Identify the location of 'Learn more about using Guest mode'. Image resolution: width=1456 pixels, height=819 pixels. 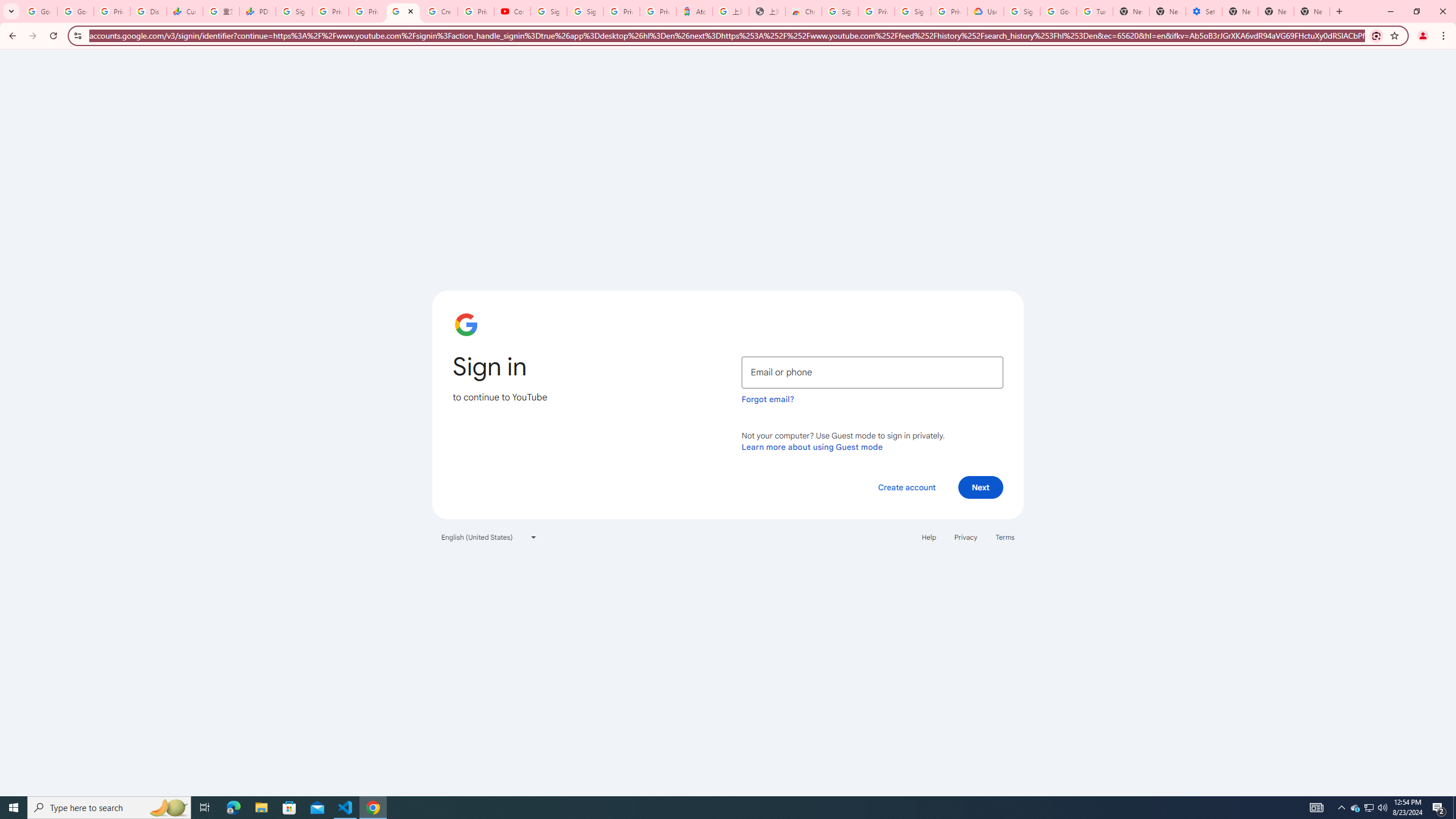
(812, 446).